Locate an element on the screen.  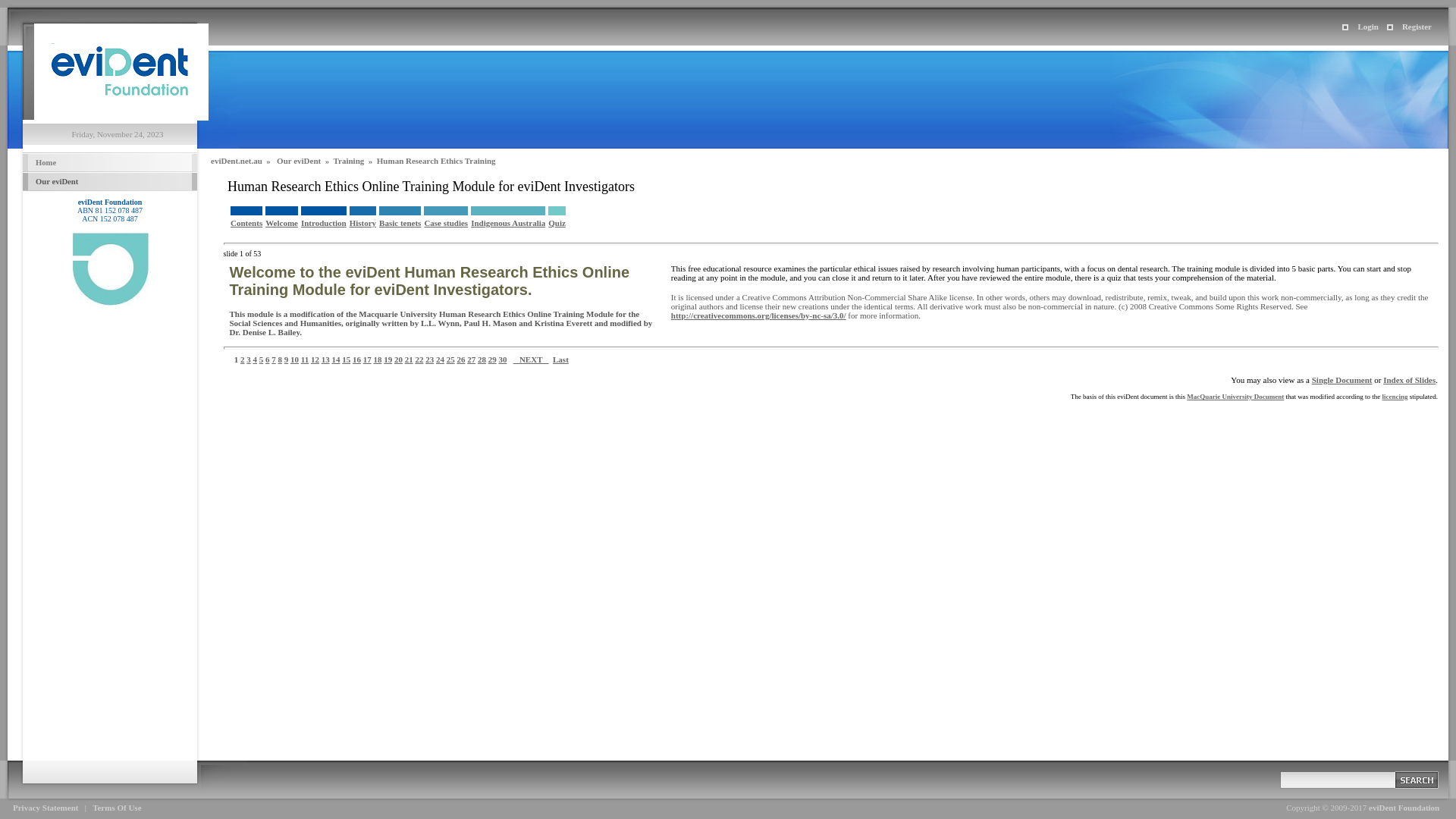
'26' is located at coordinates (460, 359).